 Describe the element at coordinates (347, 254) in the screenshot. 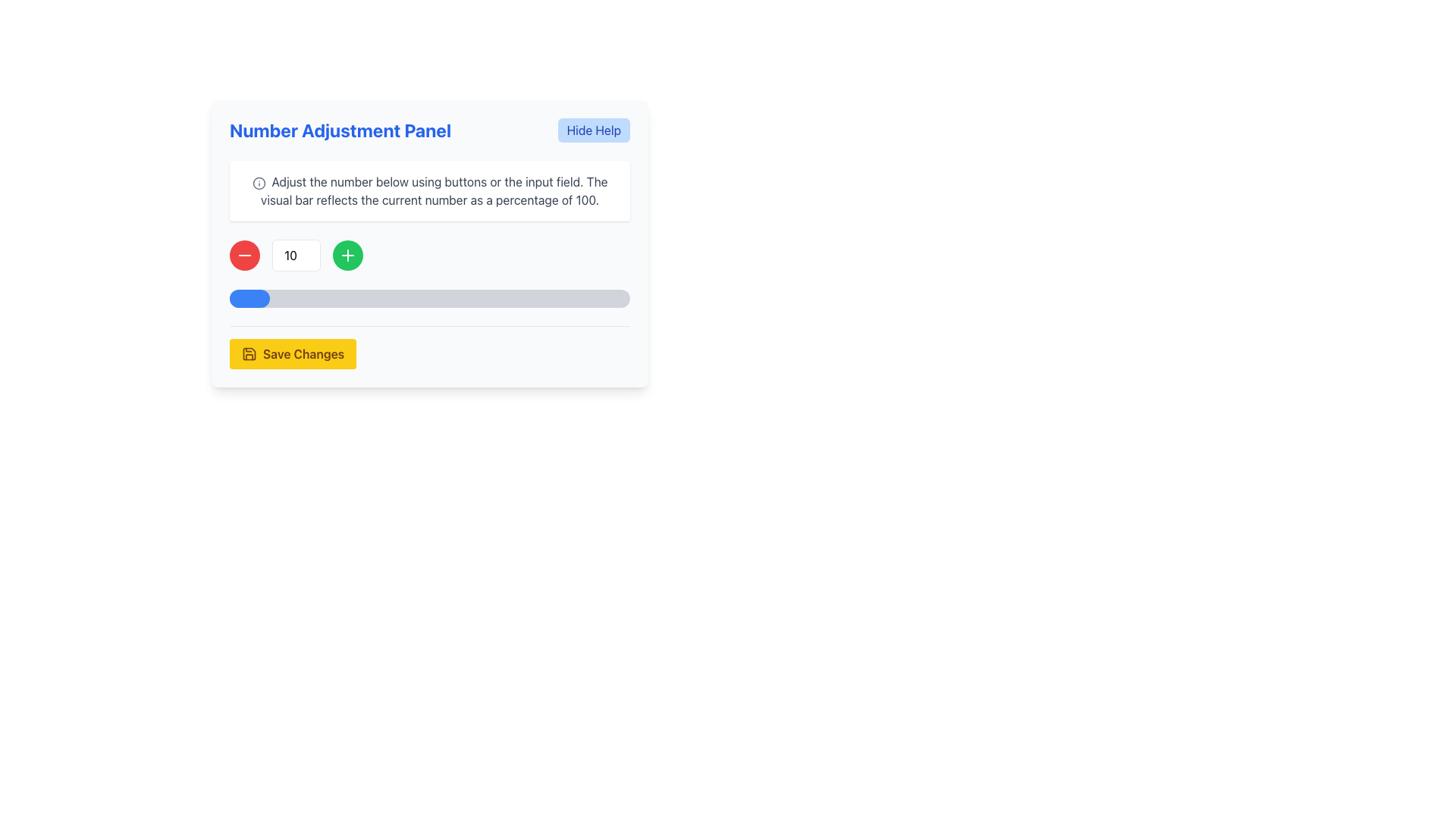

I see `the circular green button with a white border and a centered '+' icon to increment the number displayed in the adjacent text input box` at that location.